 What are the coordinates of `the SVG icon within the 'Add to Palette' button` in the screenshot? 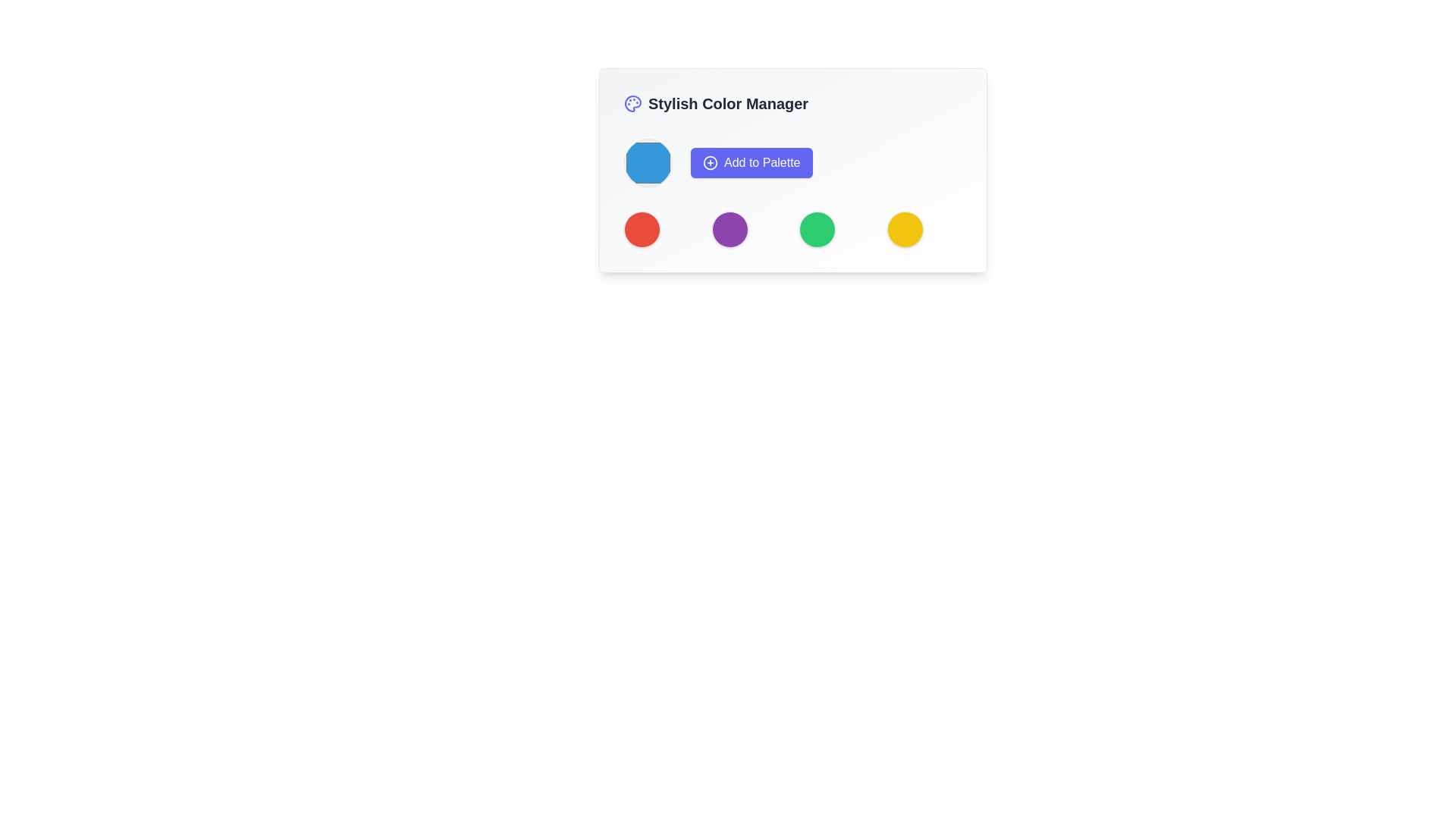 It's located at (709, 163).